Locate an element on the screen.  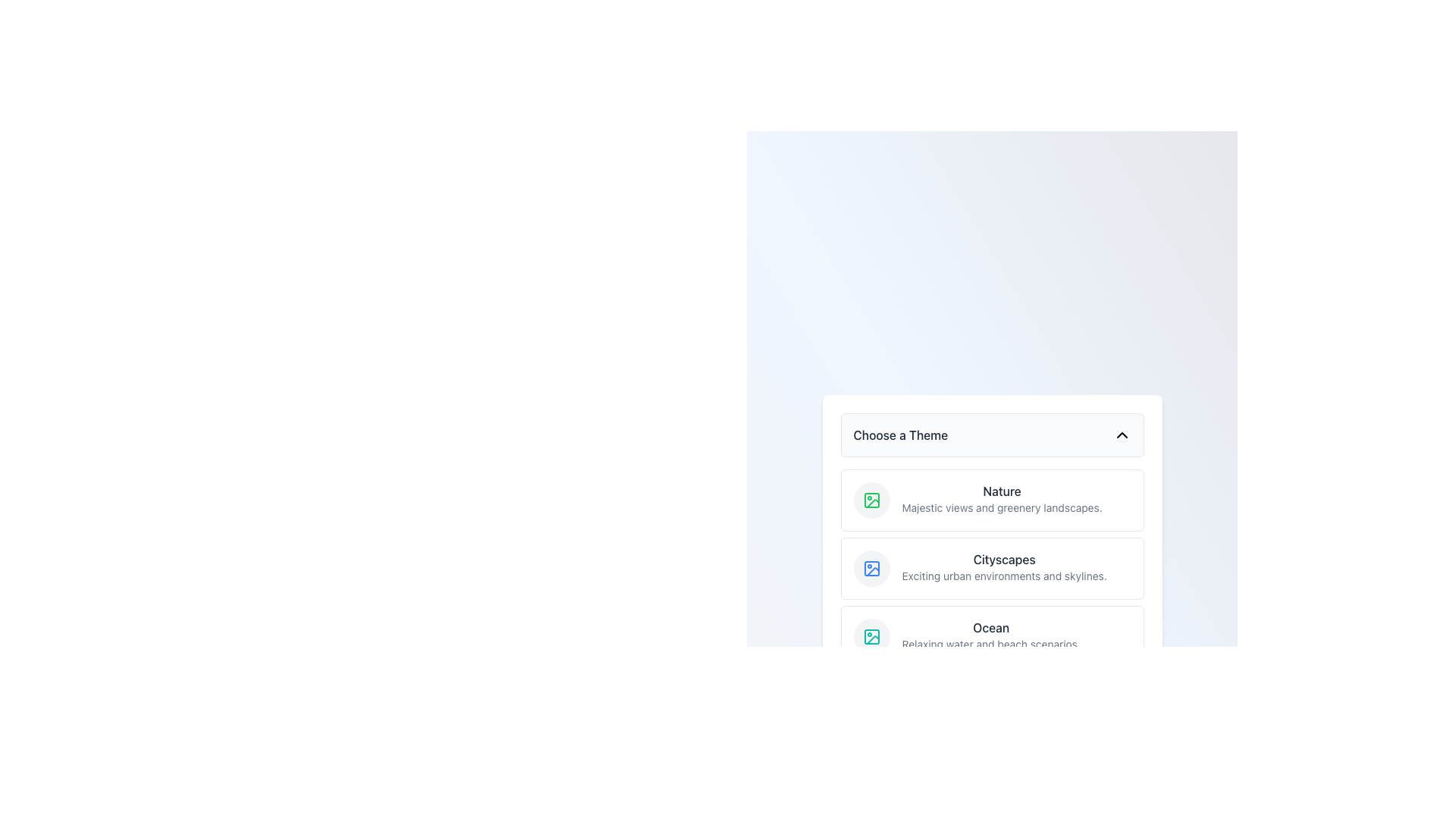
the 'Ocean' theme option in the list under the title 'Choose a Theme' is located at coordinates (991, 637).